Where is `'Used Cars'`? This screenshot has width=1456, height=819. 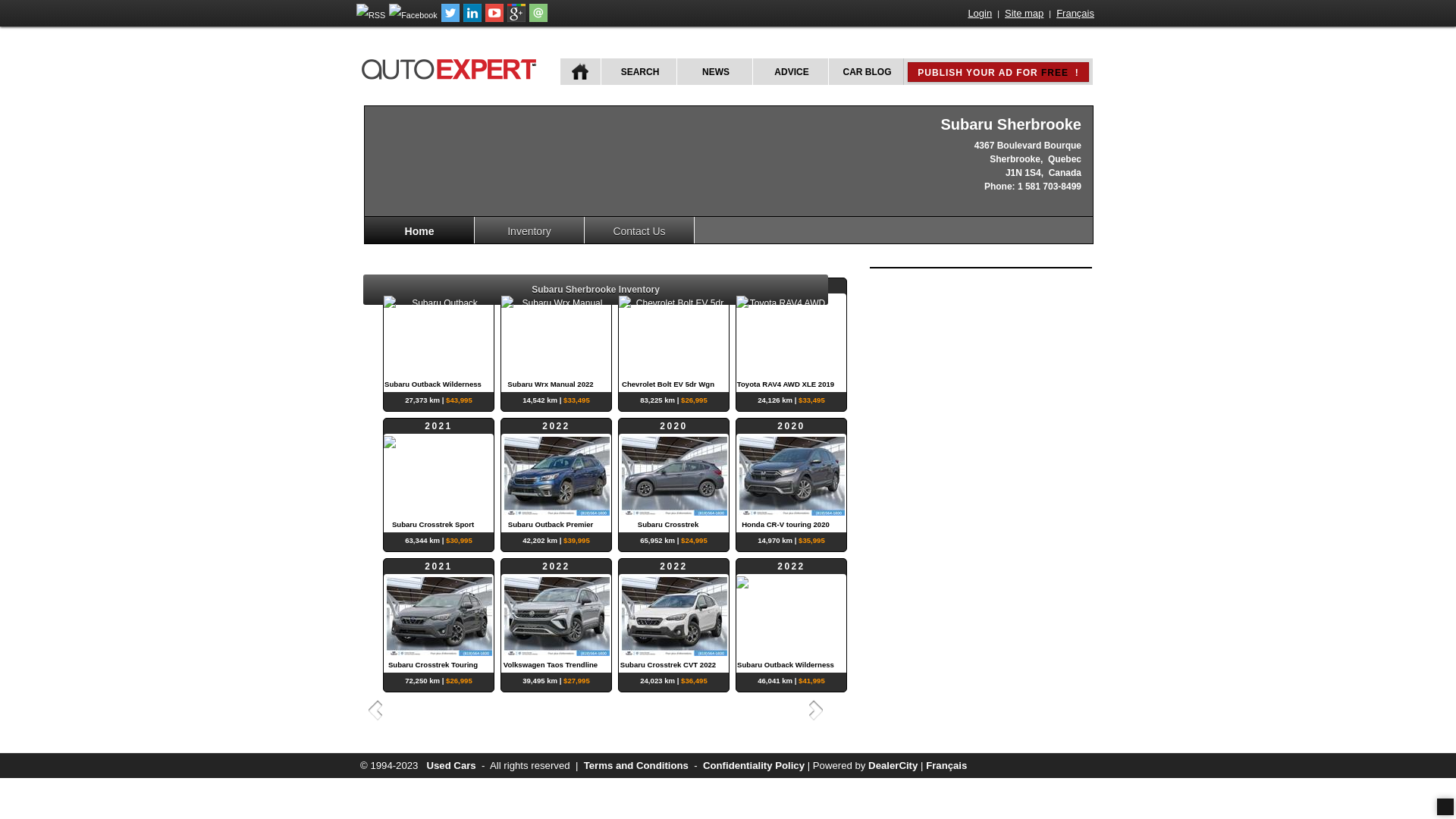
'Used Cars' is located at coordinates (450, 765).